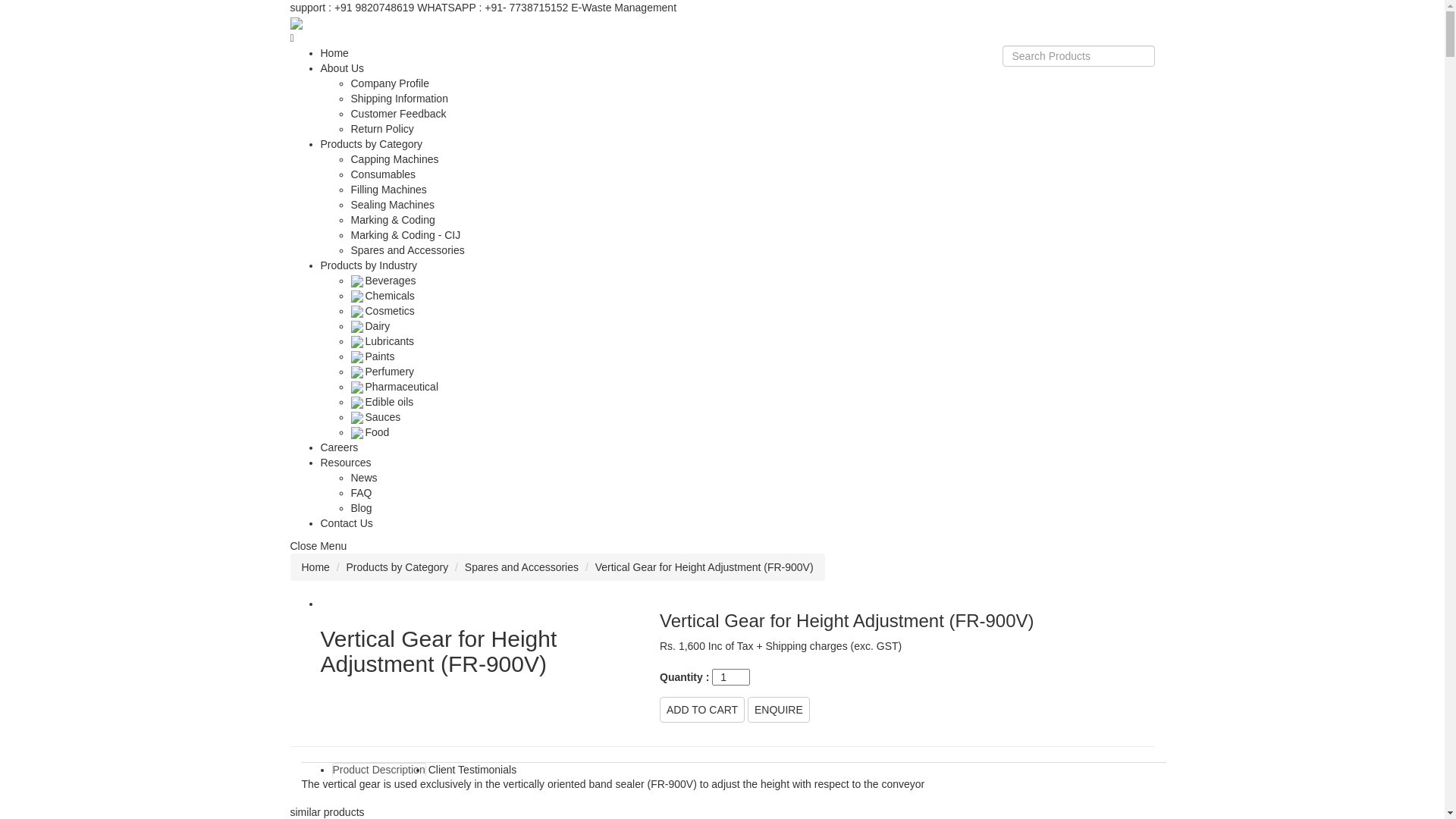  I want to click on 'News', so click(362, 476).